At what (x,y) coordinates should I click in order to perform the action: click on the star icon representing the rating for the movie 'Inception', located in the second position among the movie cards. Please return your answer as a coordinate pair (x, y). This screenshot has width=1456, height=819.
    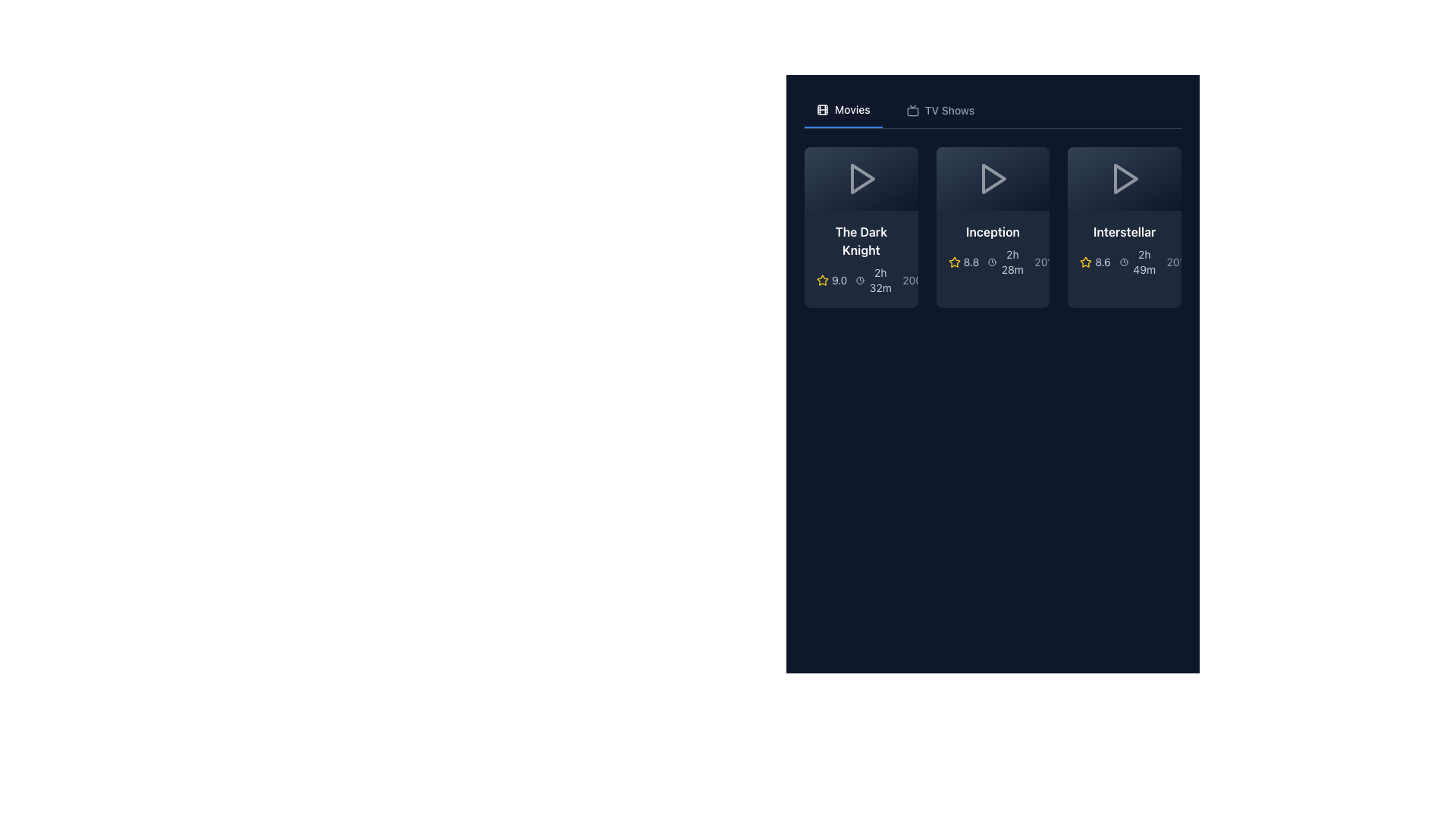
    Looking at the image, I should click on (953, 262).